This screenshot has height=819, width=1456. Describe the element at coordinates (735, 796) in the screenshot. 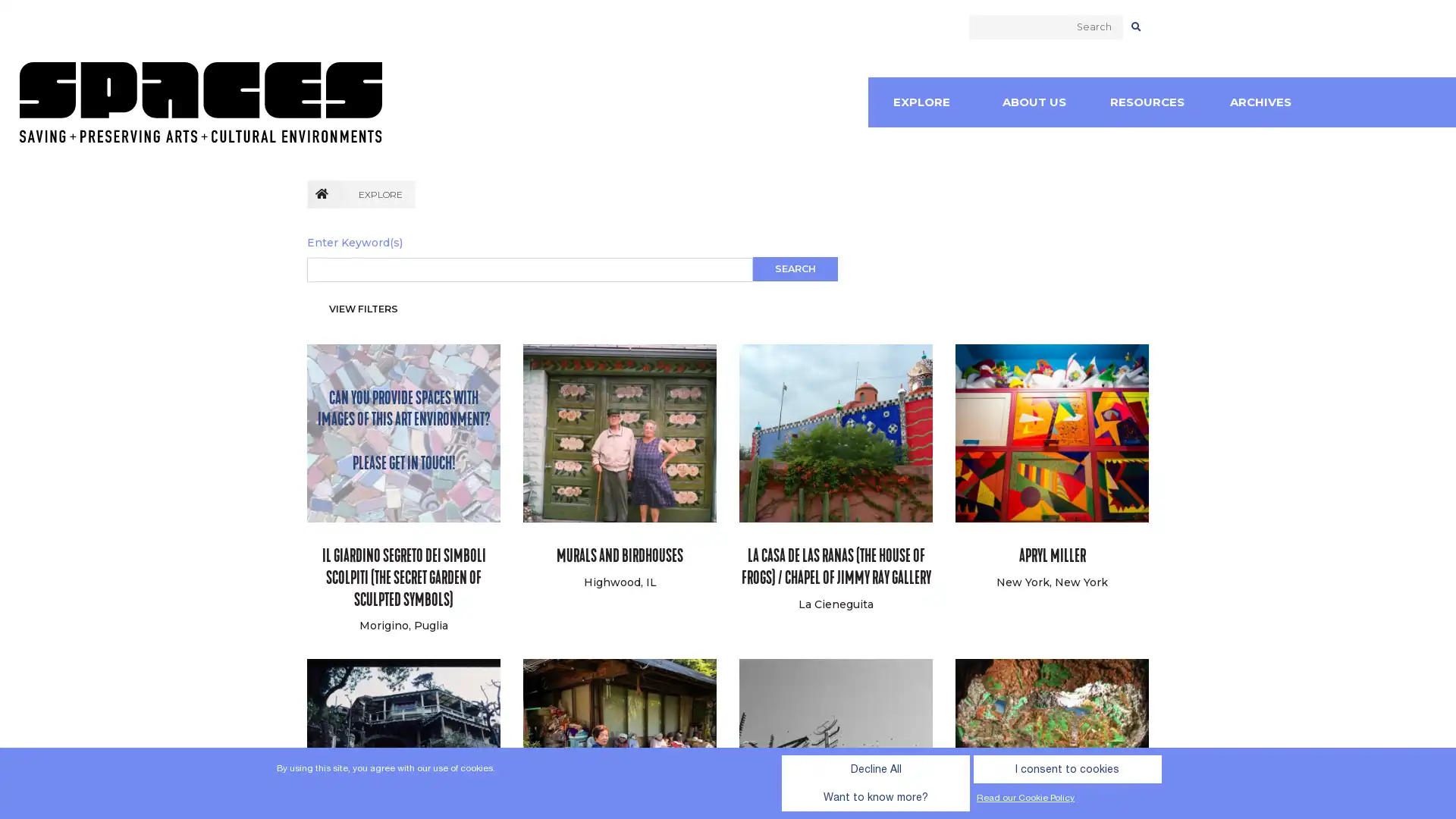

I see `Decline All` at that location.